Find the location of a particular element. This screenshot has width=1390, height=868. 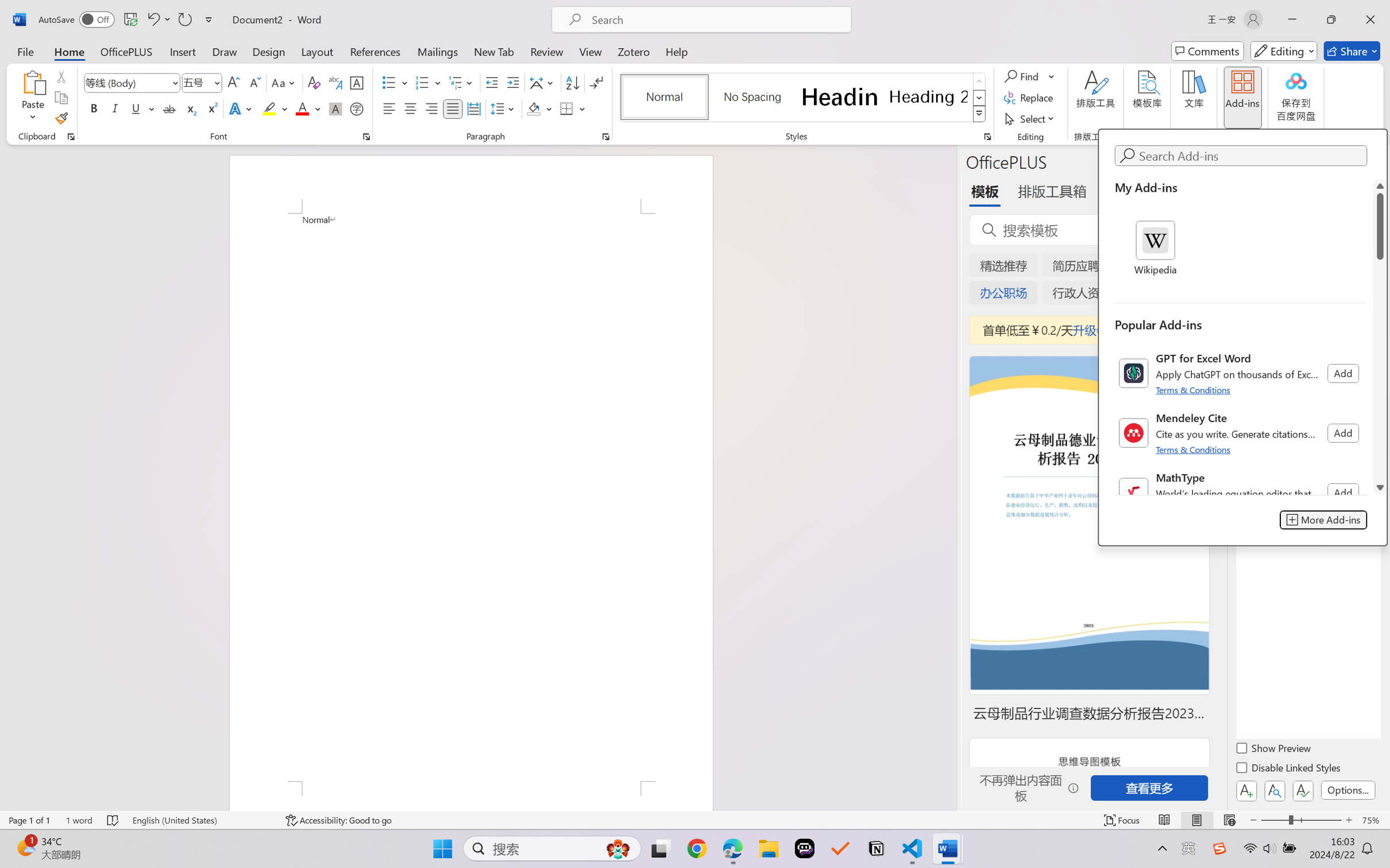

'Font Size' is located at coordinates (196, 83).